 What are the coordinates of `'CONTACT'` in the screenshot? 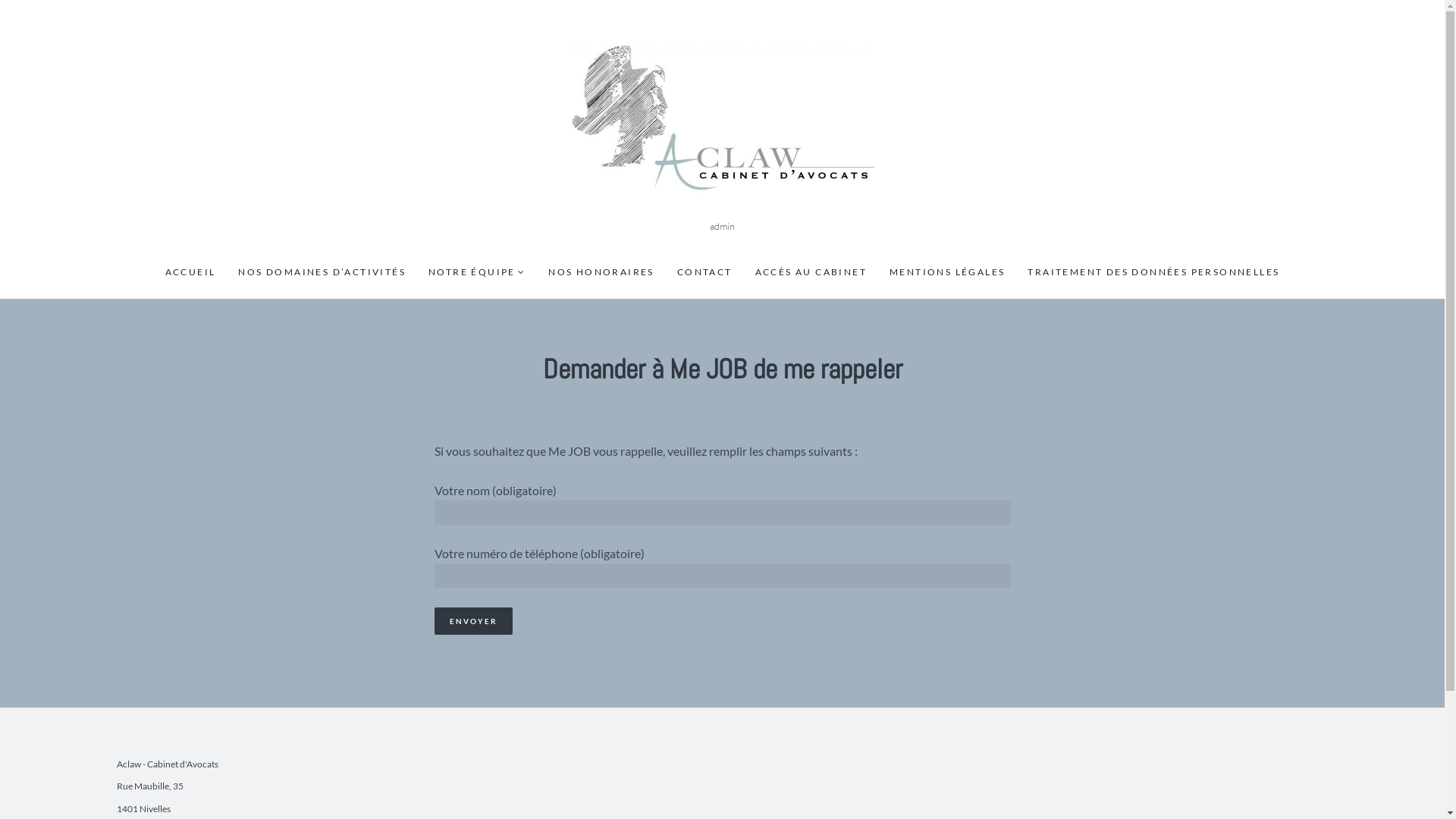 It's located at (704, 271).